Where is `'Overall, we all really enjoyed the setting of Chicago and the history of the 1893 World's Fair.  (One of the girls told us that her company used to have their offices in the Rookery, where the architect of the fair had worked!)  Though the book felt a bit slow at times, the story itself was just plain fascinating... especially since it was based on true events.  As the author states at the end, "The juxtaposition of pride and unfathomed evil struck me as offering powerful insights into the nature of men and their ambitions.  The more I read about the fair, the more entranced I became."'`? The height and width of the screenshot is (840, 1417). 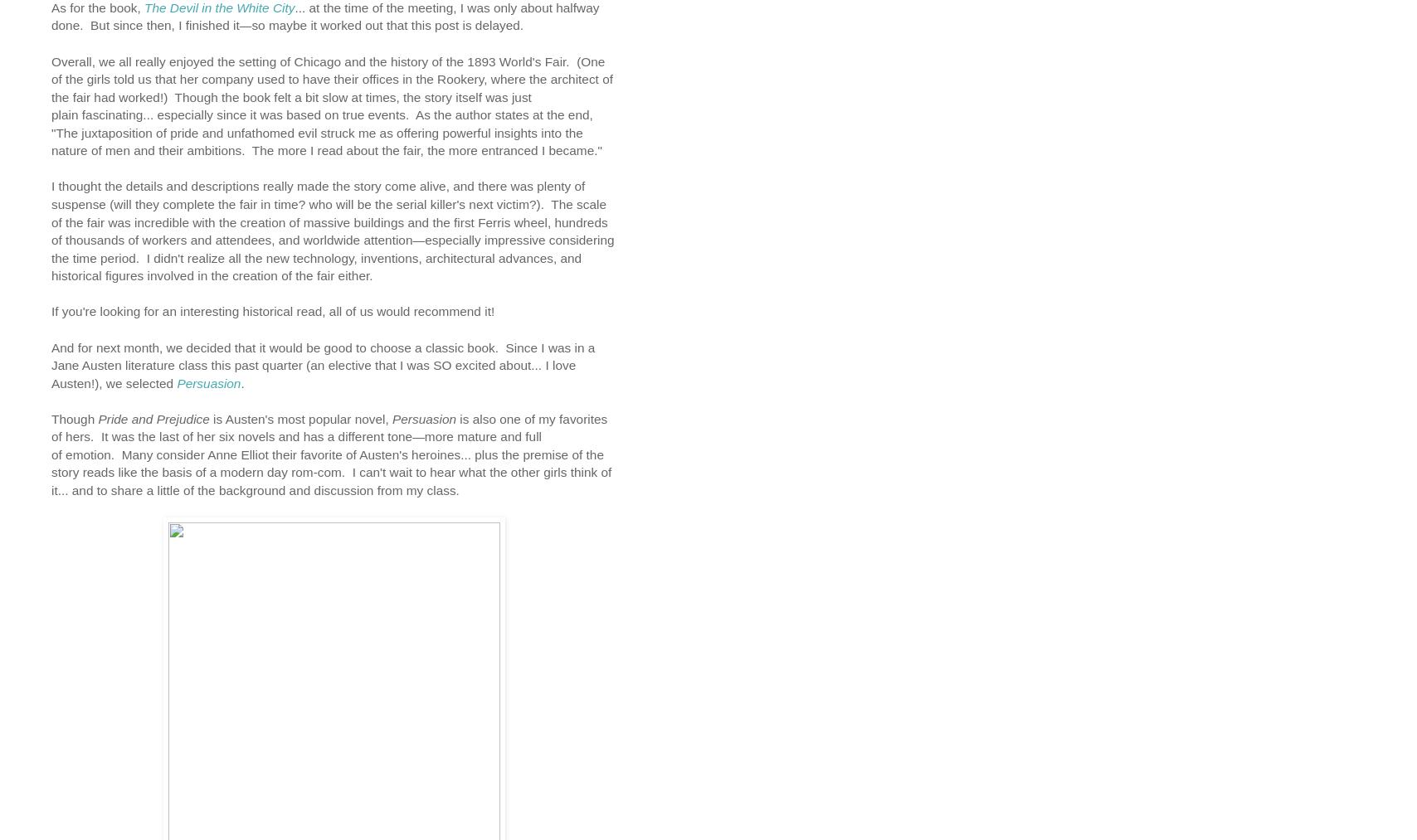 'Overall, we all really enjoyed the setting of Chicago and the history of the 1893 World's Fair.  (One of the girls told us that her company used to have their offices in the Rookery, where the architect of the fair had worked!)  Though the book felt a bit slow at times, the story itself was just plain fascinating... especially since it was based on true events.  As the author states at the end, "The juxtaposition of pride and unfathomed evil struck me as offering powerful insights into the nature of men and their ambitions.  The more I read about the fair, the more entranced I became."' is located at coordinates (332, 105).